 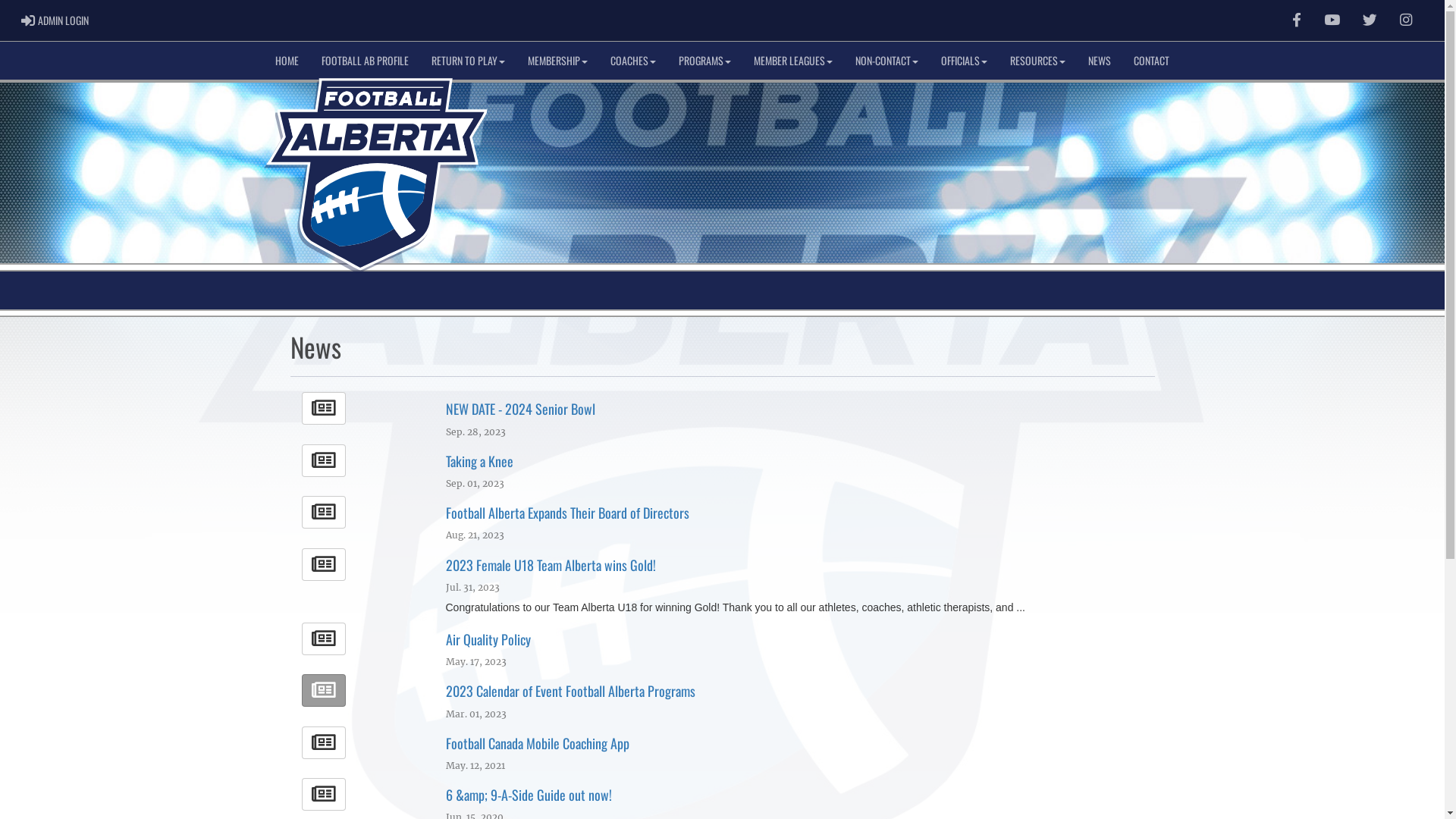 What do you see at coordinates (21, 20) in the screenshot?
I see `'Login Page'` at bounding box center [21, 20].